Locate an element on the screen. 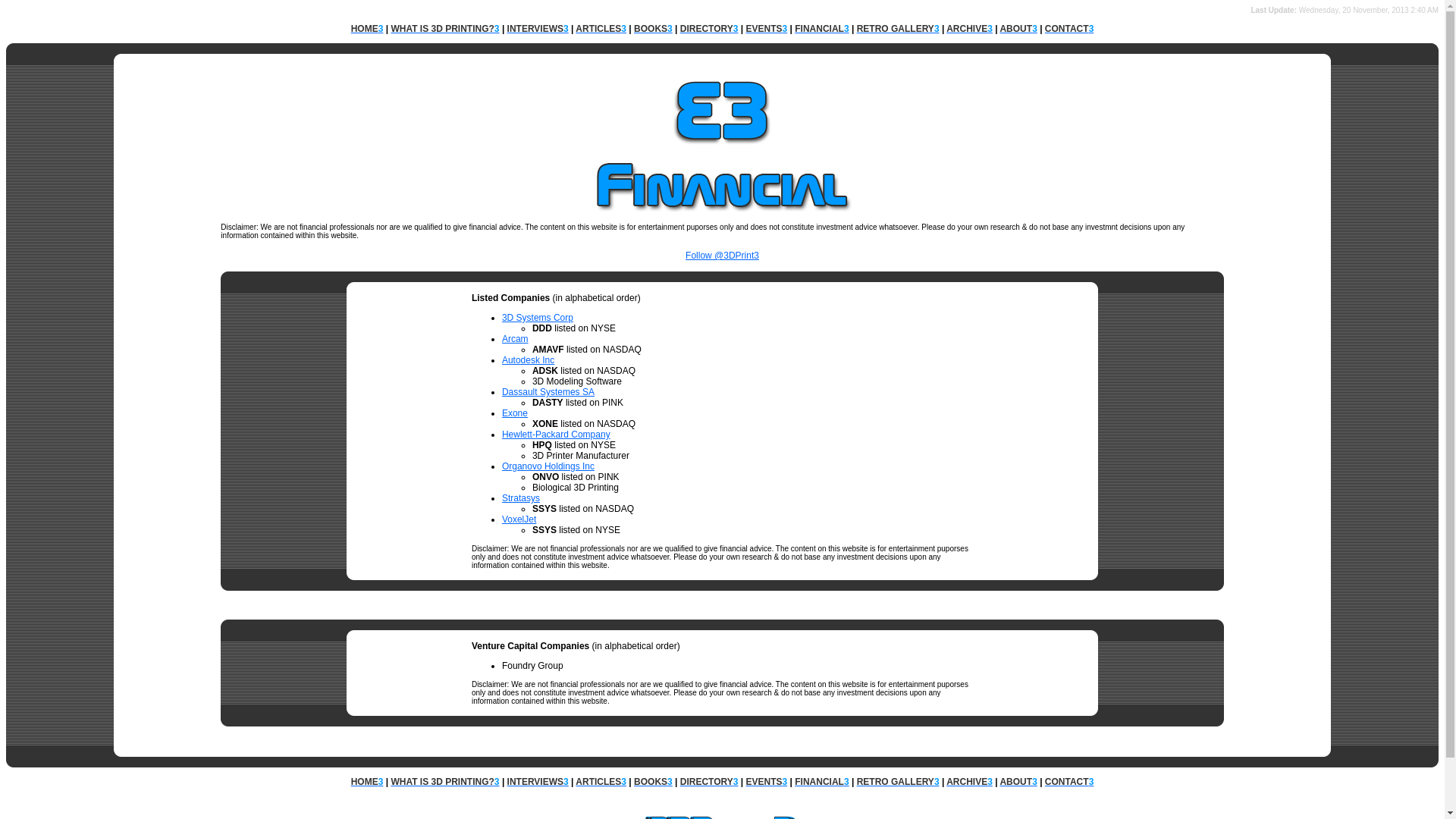  'WHAT IS 3D PRINTING?3' is located at coordinates (444, 29).